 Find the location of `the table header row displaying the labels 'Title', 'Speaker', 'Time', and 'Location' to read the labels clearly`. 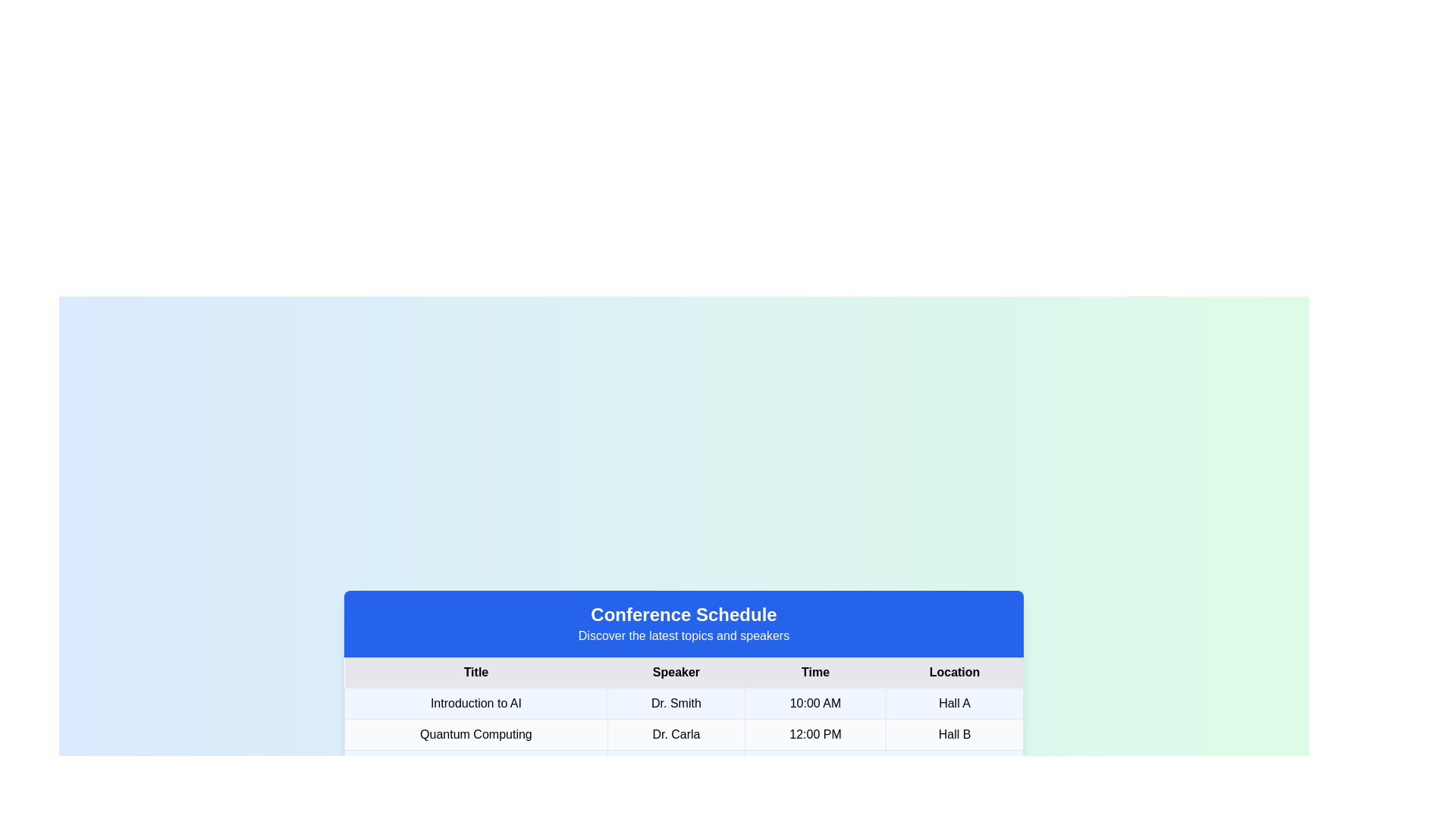

the table header row displaying the labels 'Title', 'Speaker', 'Time', and 'Location' to read the labels clearly is located at coordinates (683, 672).